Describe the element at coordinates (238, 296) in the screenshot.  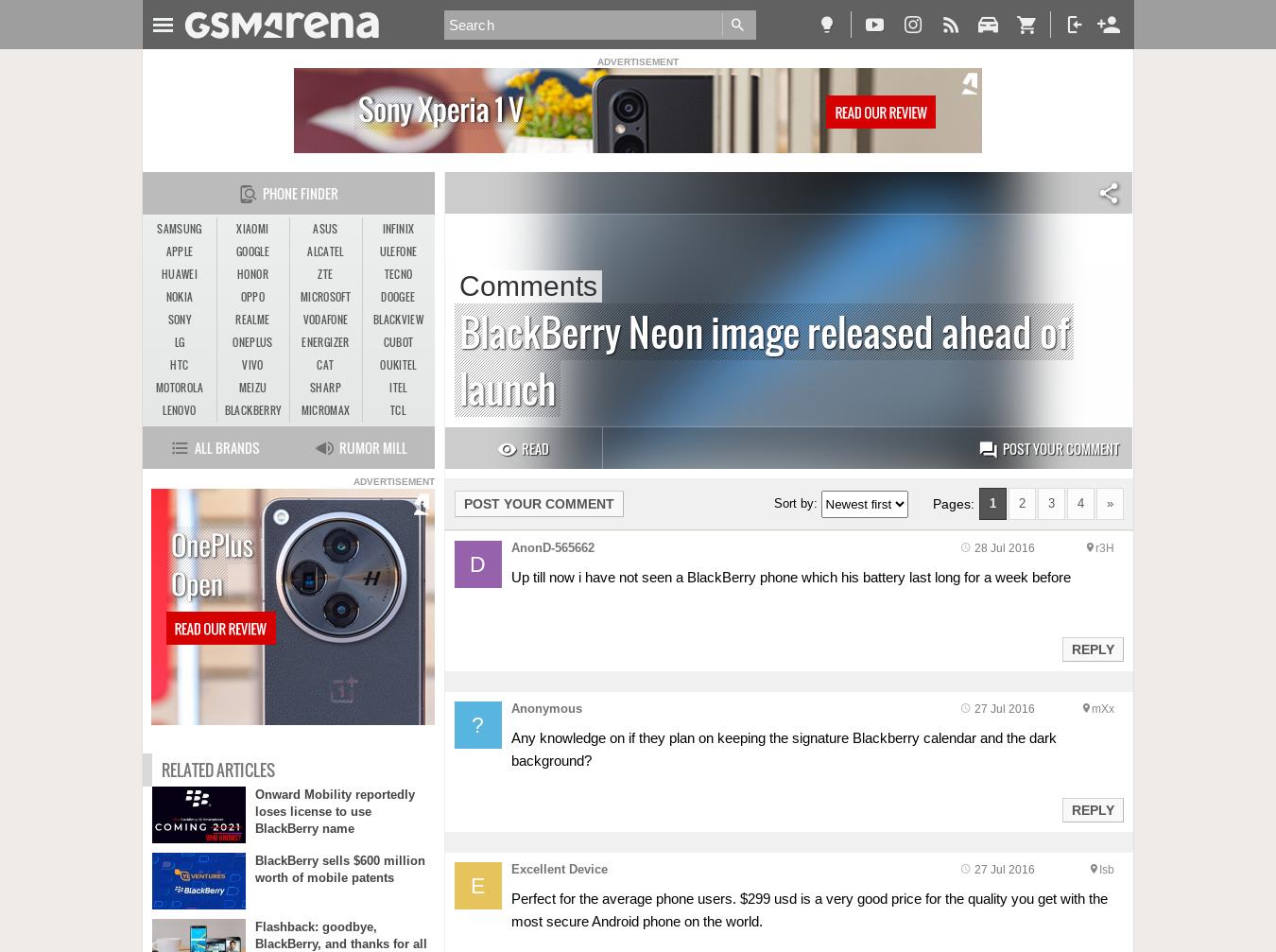
I see `'Oppo'` at that location.